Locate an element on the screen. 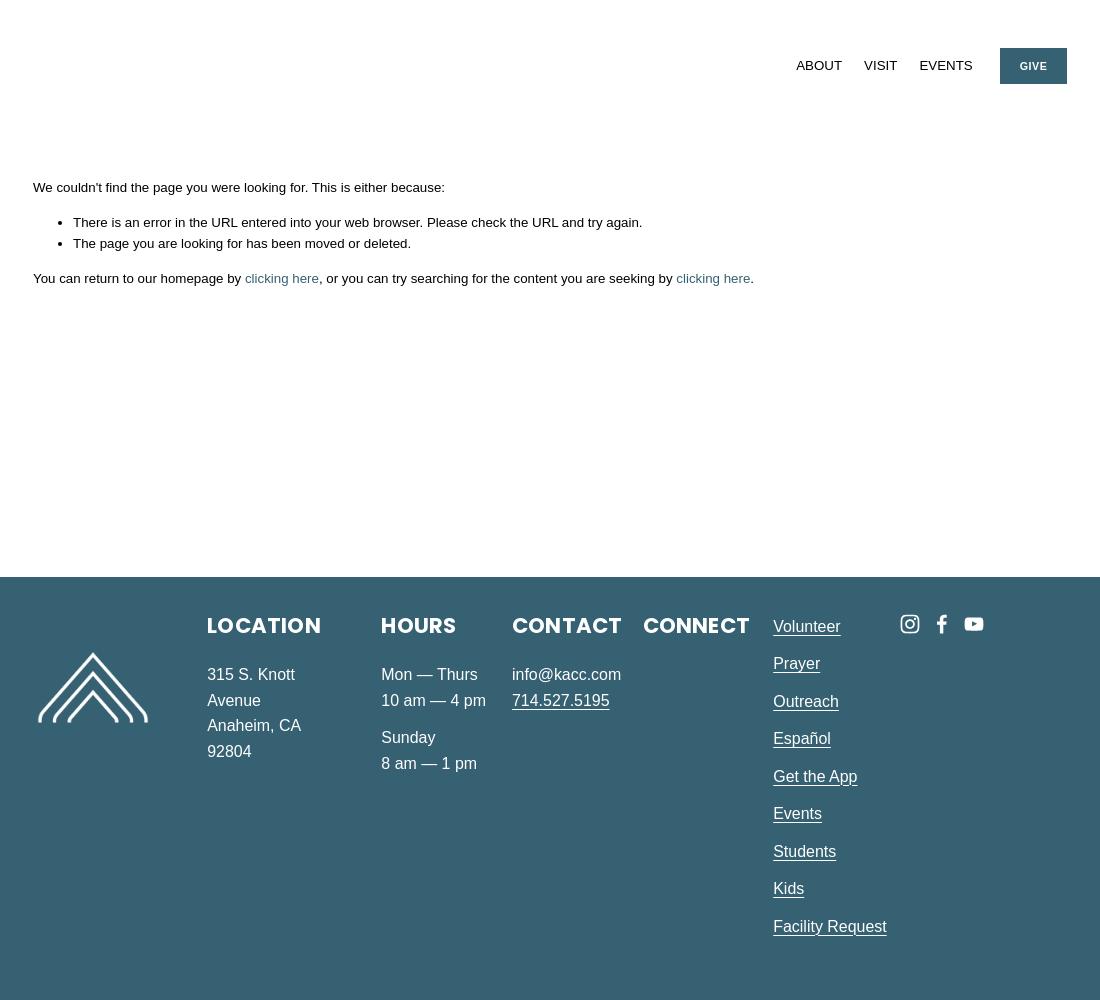  'Outreach' is located at coordinates (805, 699).